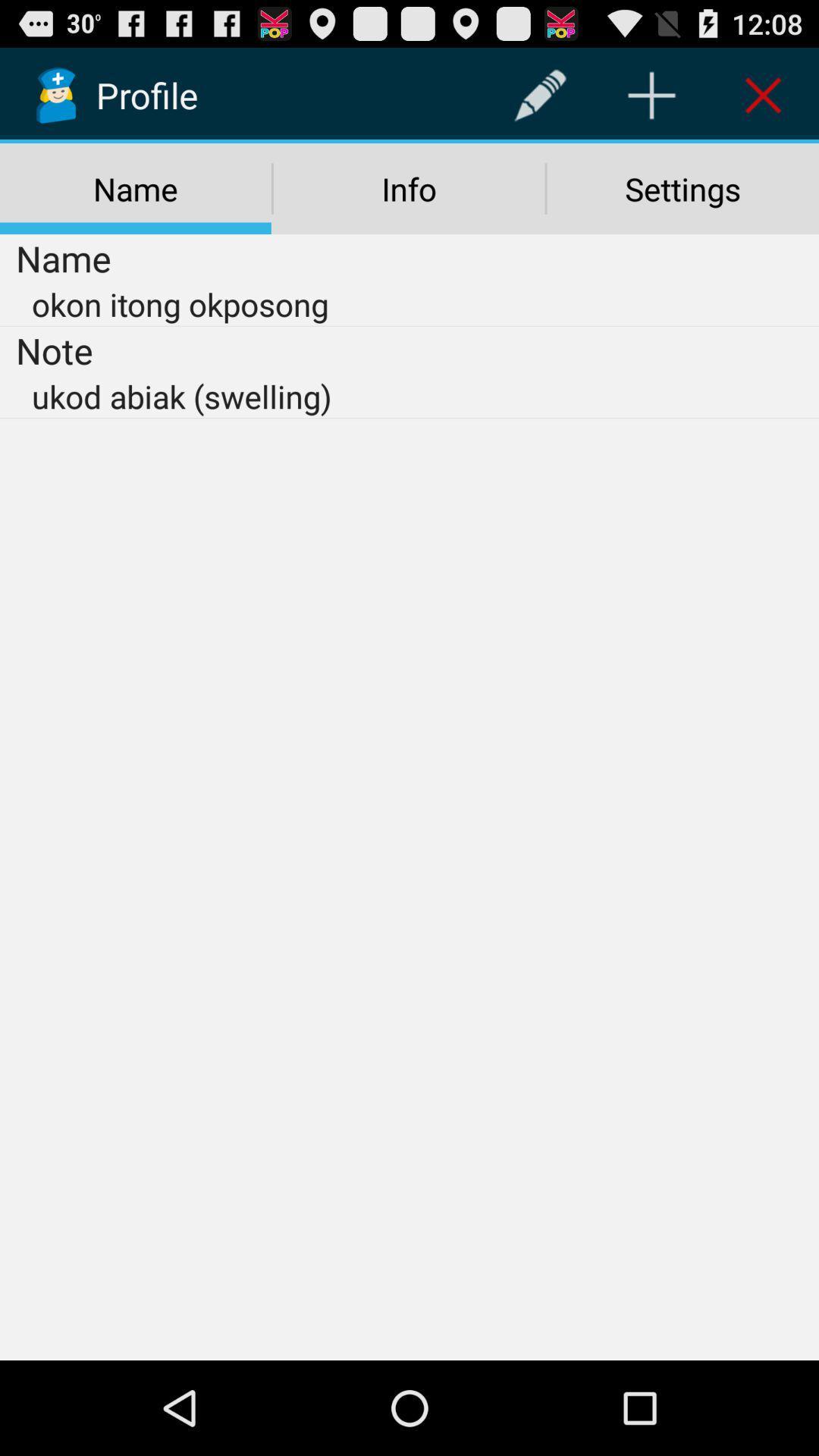 The width and height of the screenshot is (819, 1456). I want to click on the item next to name icon, so click(408, 188).